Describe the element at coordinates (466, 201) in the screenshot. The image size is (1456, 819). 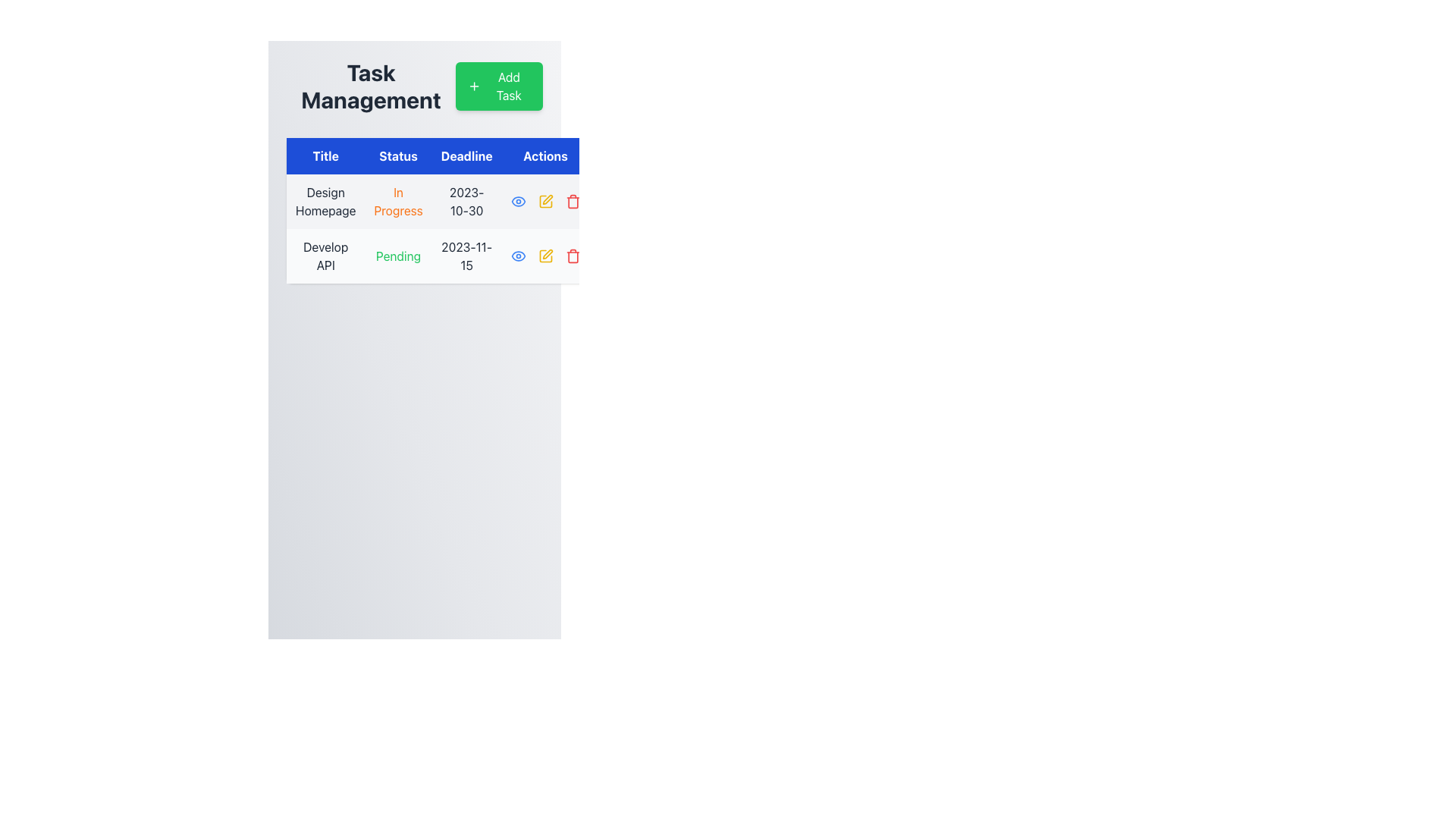
I see `date displayed in the Text Label located in the 'Deadline' column of the first row in the 'Task Management' table, which shows '2023-10-30'` at that location.